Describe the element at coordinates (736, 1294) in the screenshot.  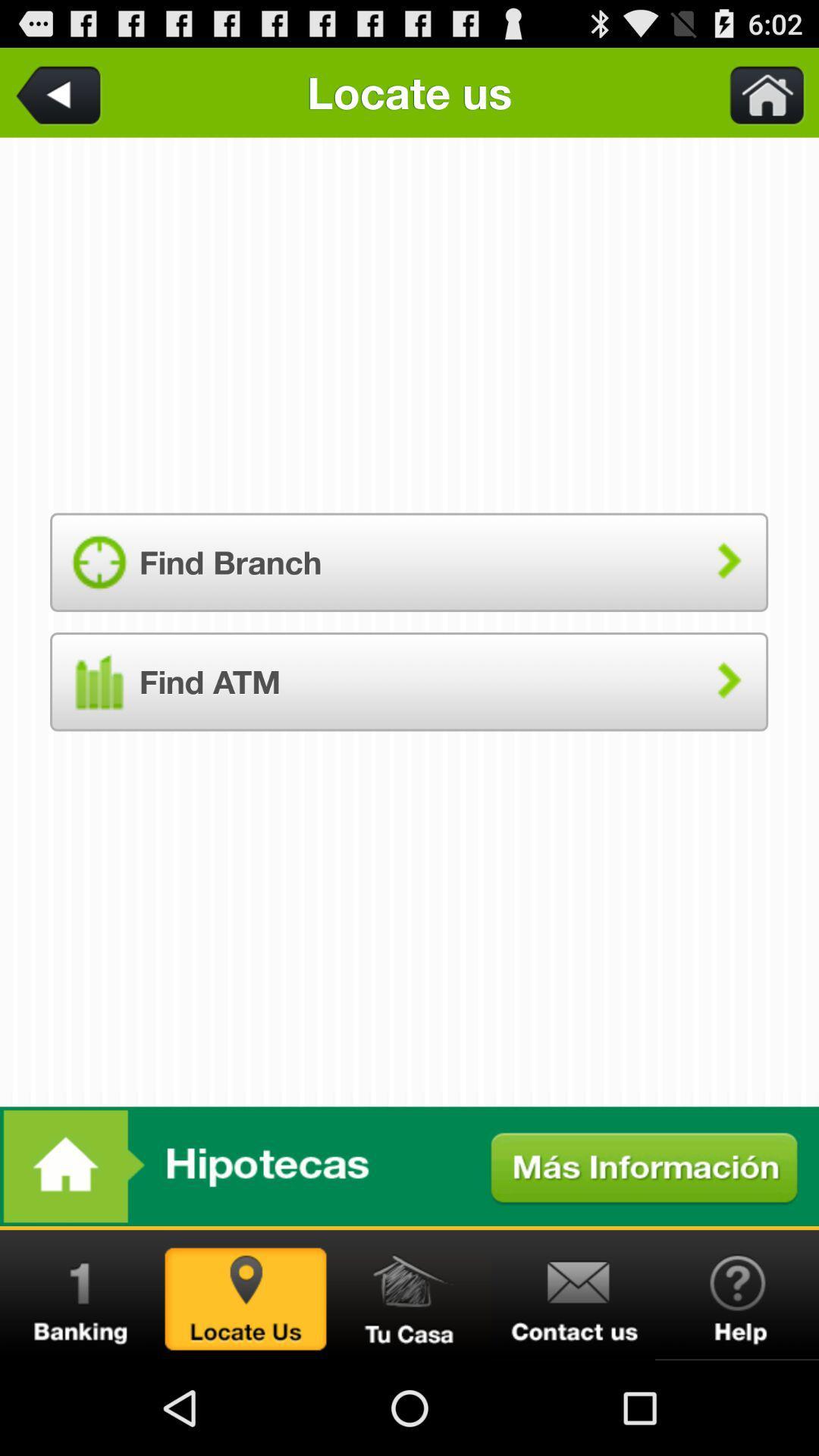
I see `help` at that location.